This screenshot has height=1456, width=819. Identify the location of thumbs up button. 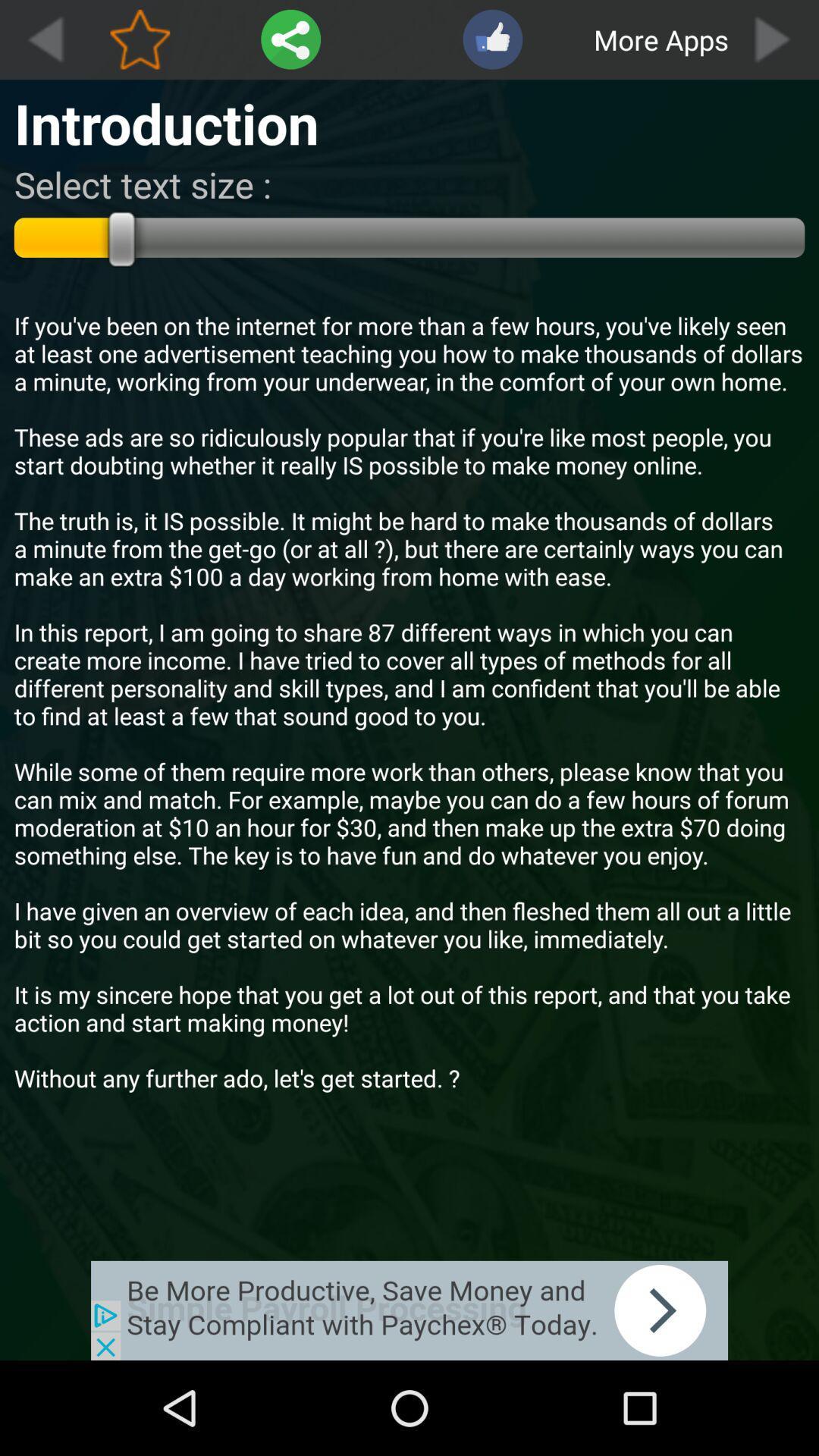
(492, 39).